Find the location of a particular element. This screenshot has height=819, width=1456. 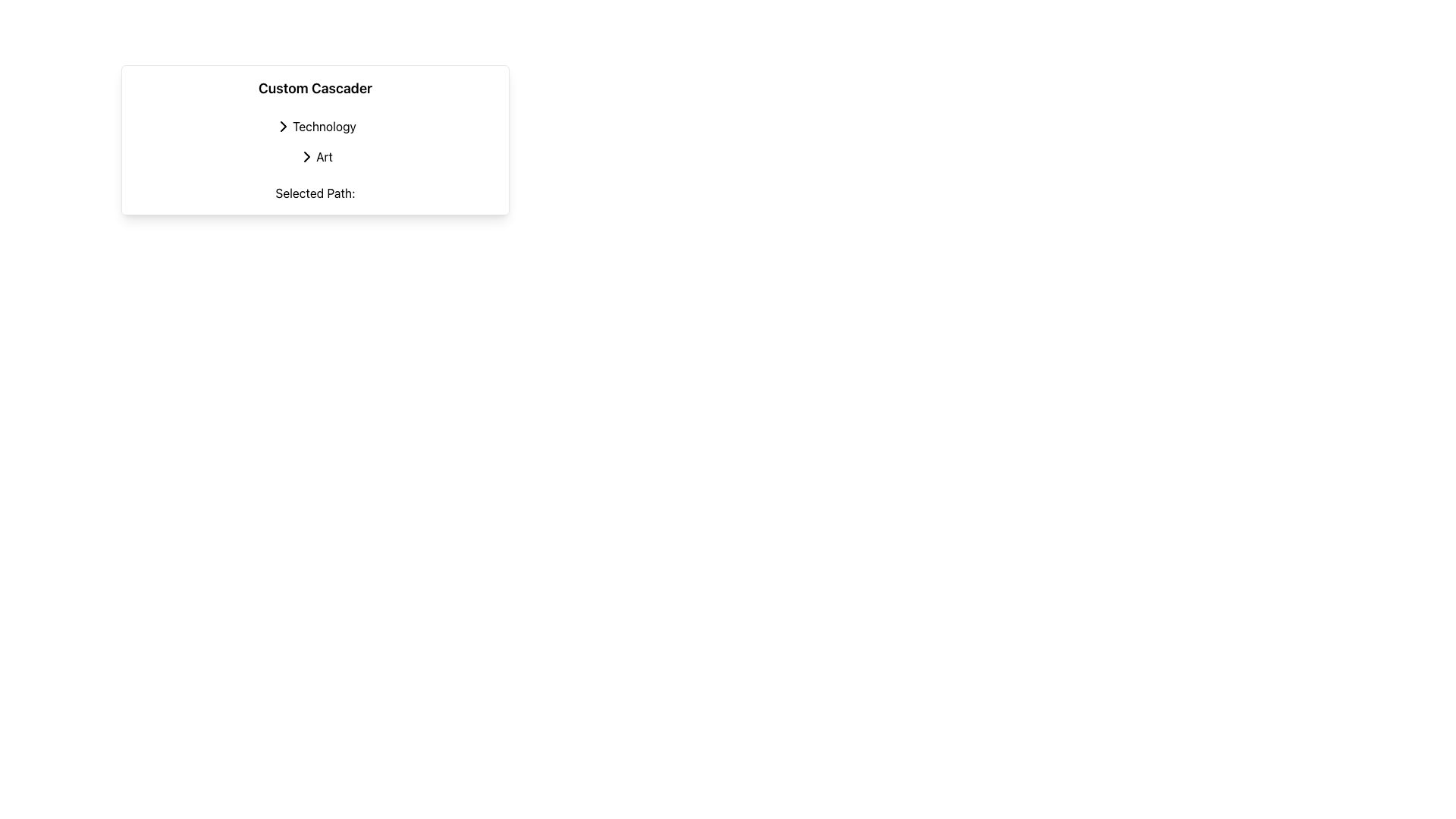

the right-pointing chevron icon next to the 'Art.' label is located at coordinates (306, 157).